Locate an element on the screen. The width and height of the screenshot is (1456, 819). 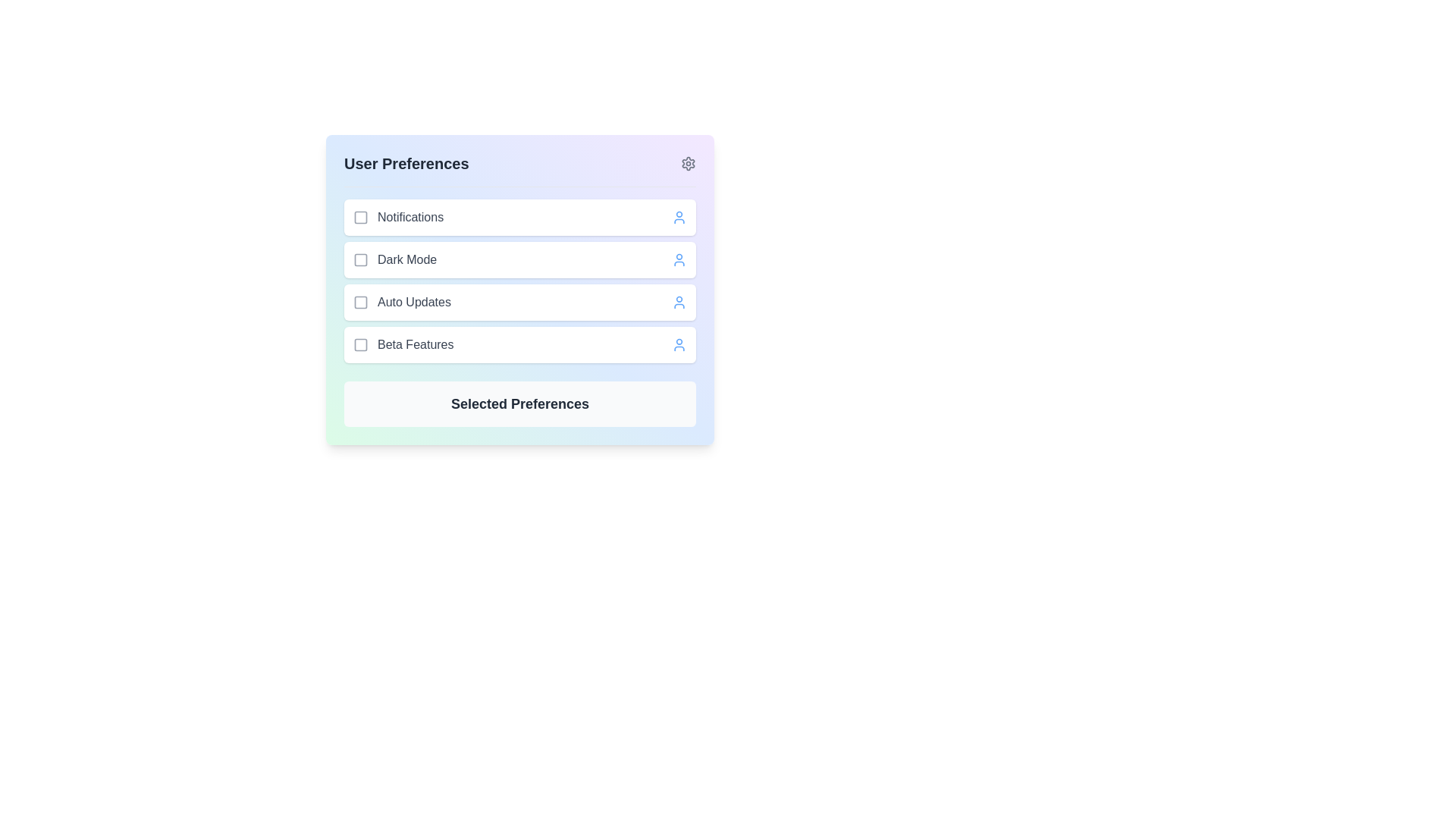
the checkbox for the 'Notifications' setting, which is the first indicator box in the list of user preferences, located to the left of the label 'Notifications' is located at coordinates (359, 217).